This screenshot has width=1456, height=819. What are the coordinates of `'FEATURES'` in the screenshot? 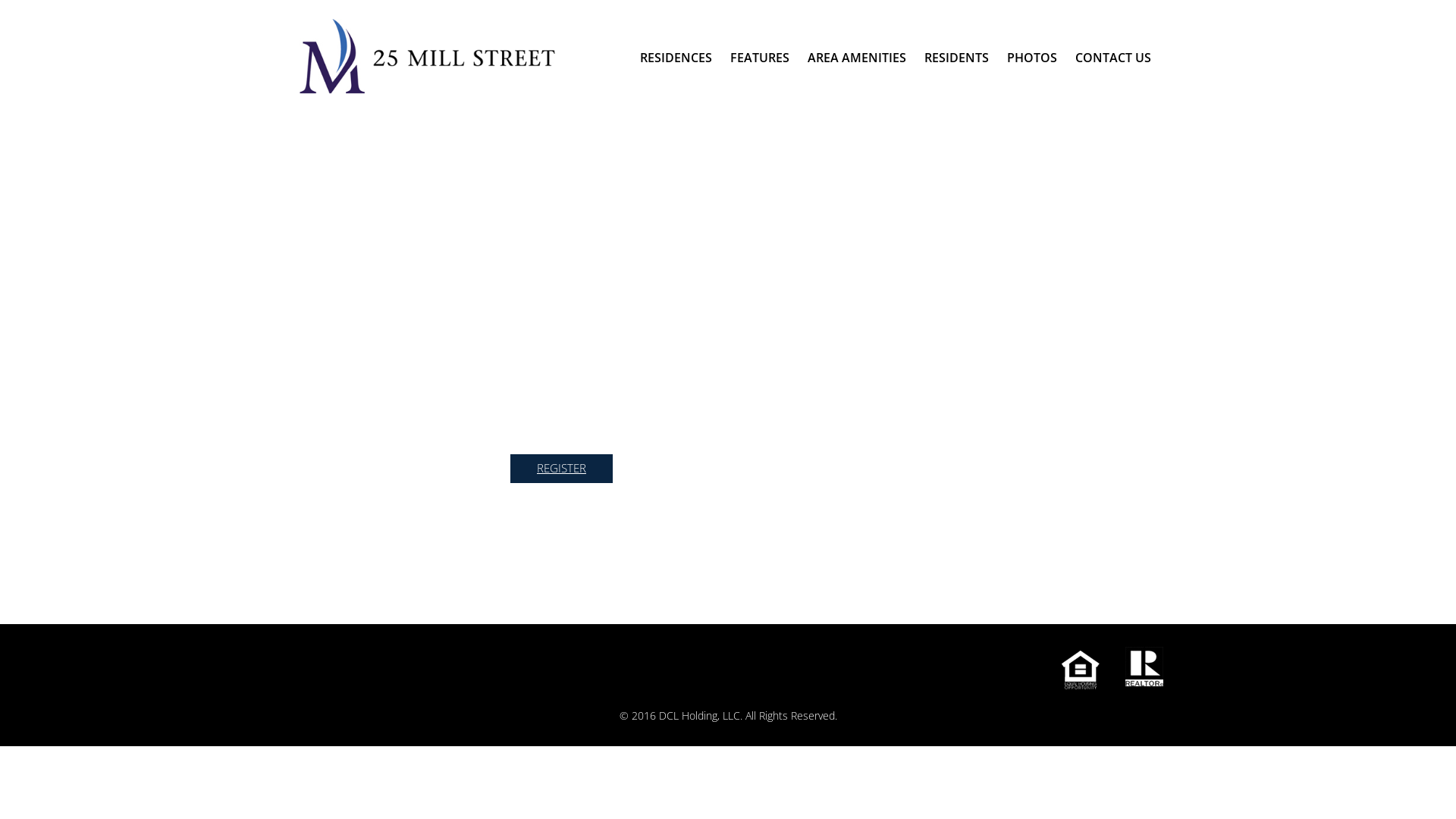 It's located at (760, 57).